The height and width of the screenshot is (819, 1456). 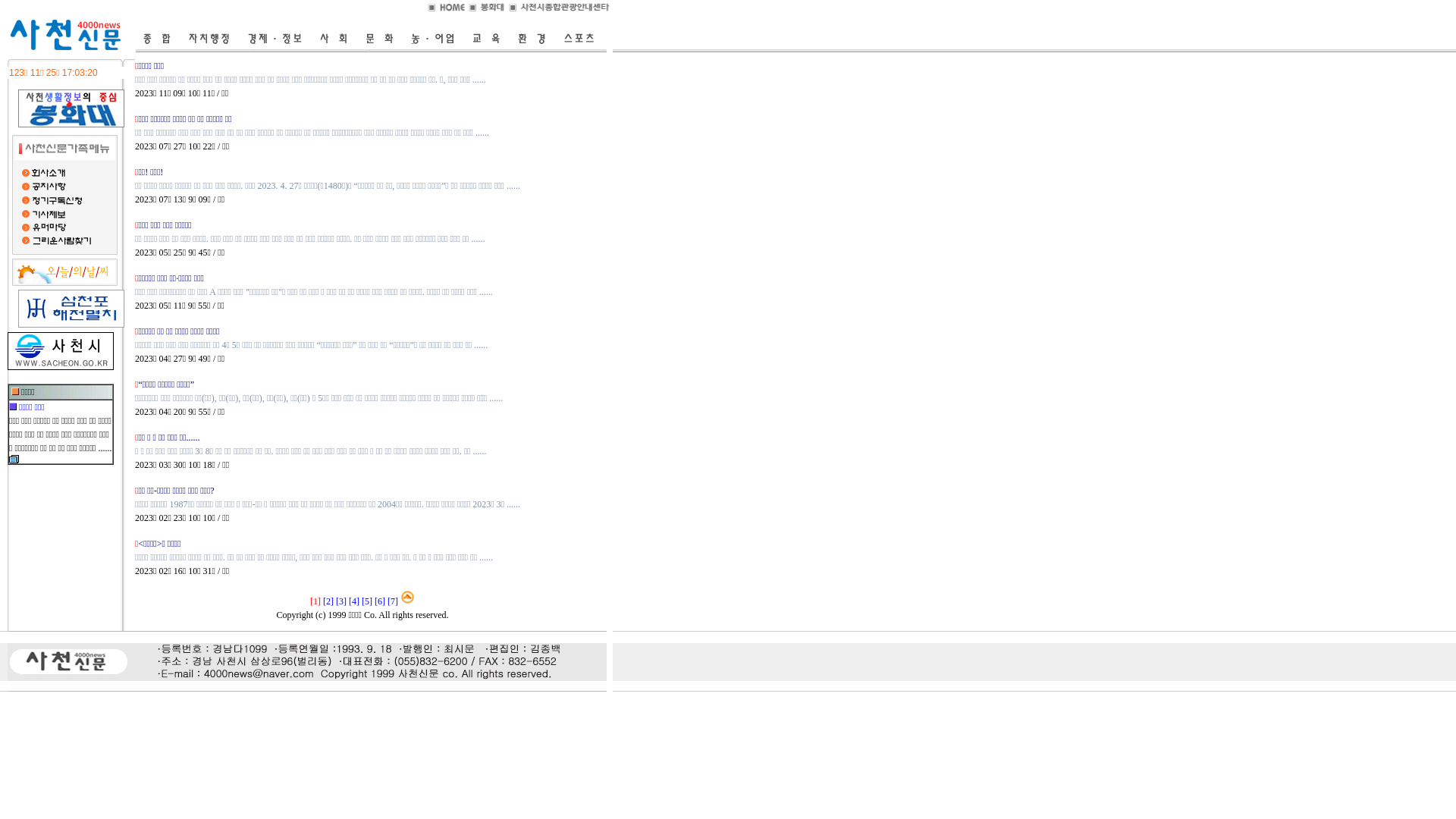 I want to click on '[3]', so click(x=334, y=601).